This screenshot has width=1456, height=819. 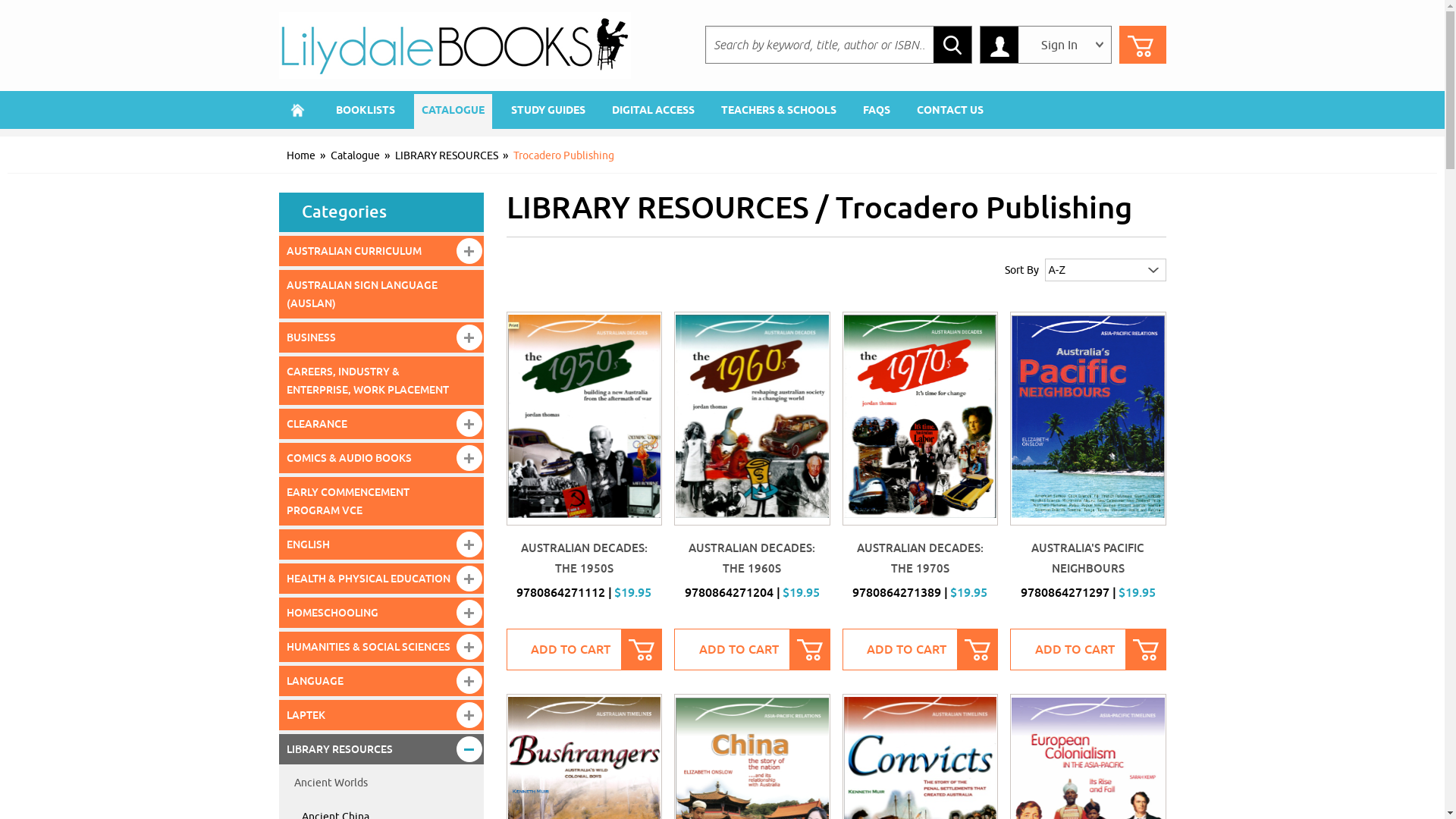 I want to click on 'CATALOGUE', so click(x=414, y=109).